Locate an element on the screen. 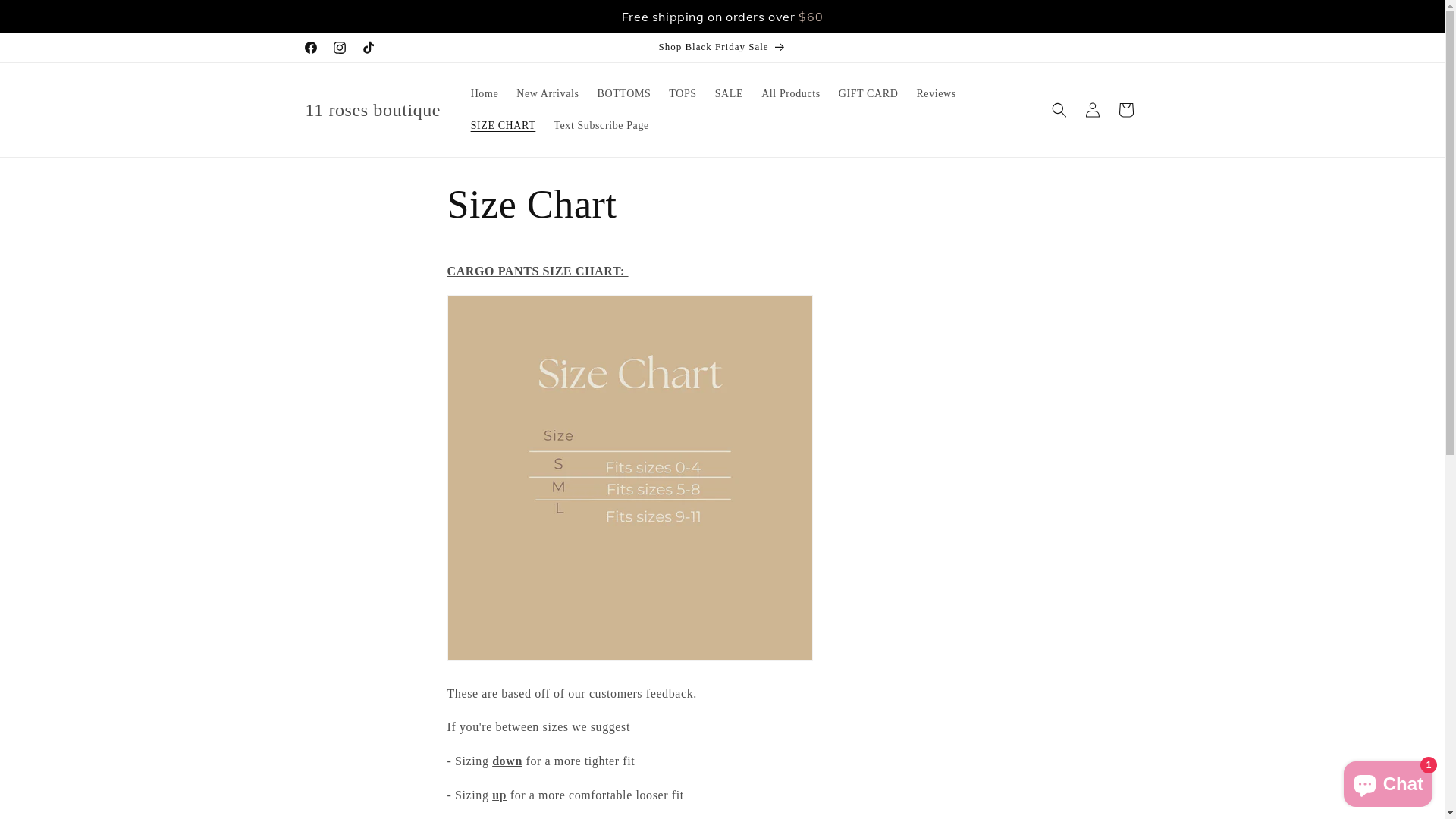  'Cart' is located at coordinates (1109, 109).